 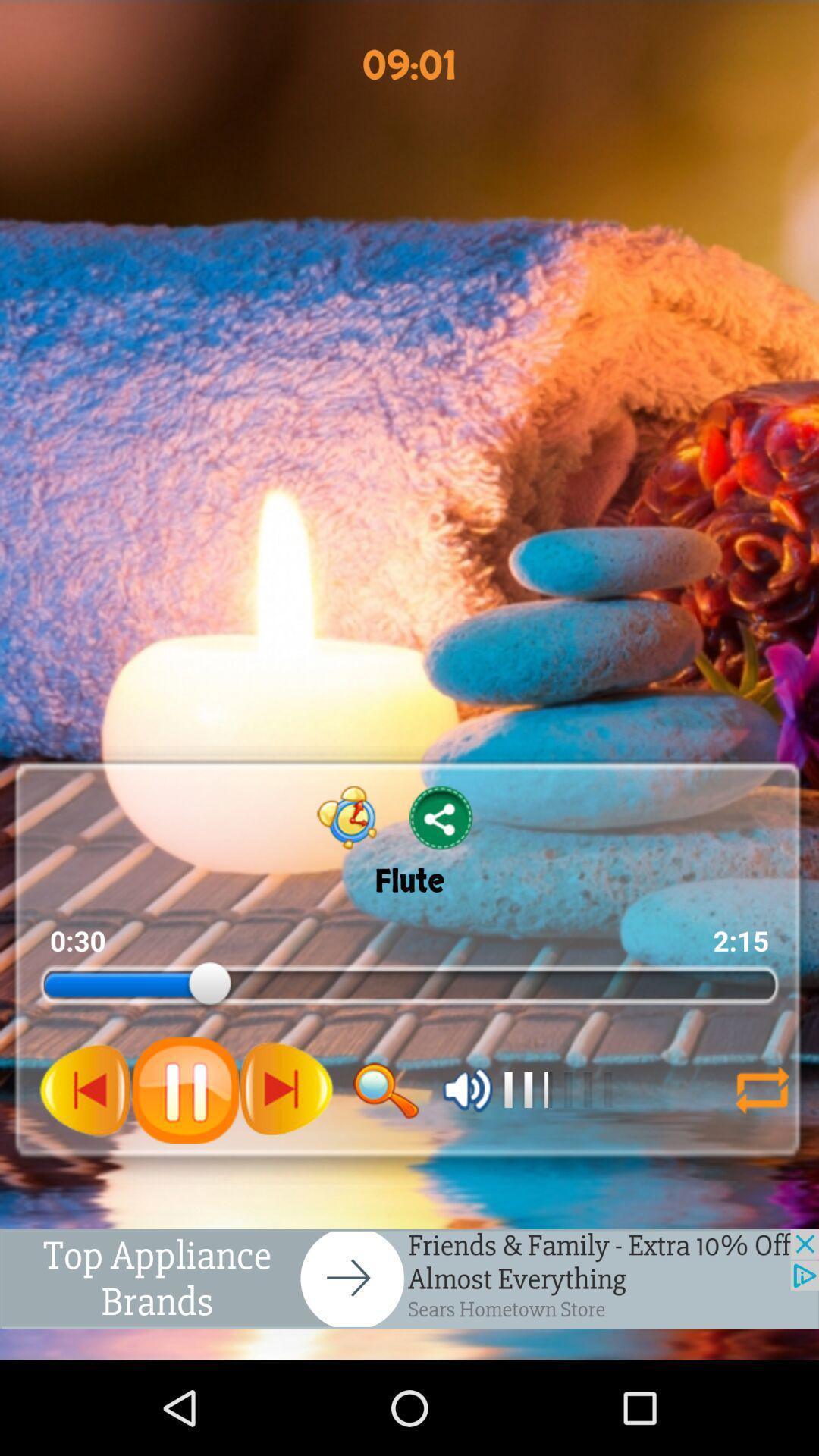 What do you see at coordinates (385, 1090) in the screenshot?
I see `search box` at bounding box center [385, 1090].